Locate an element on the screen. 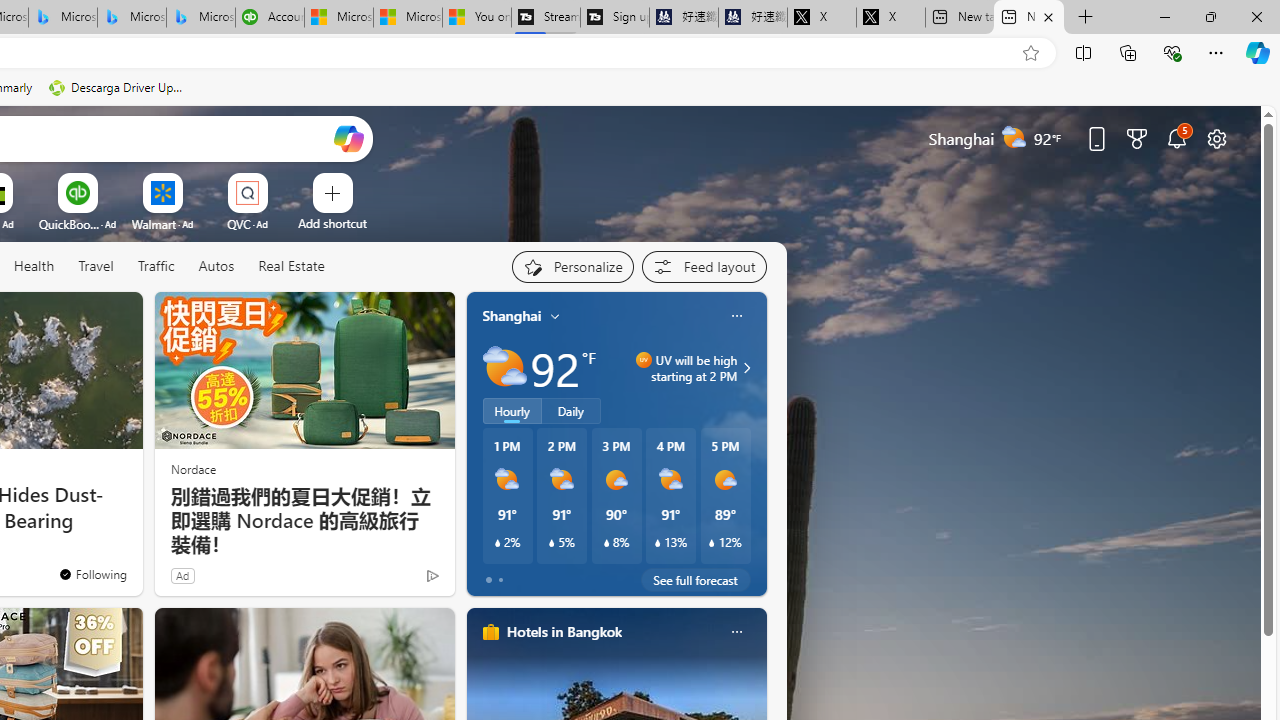  'Add a site' is located at coordinates (332, 223).